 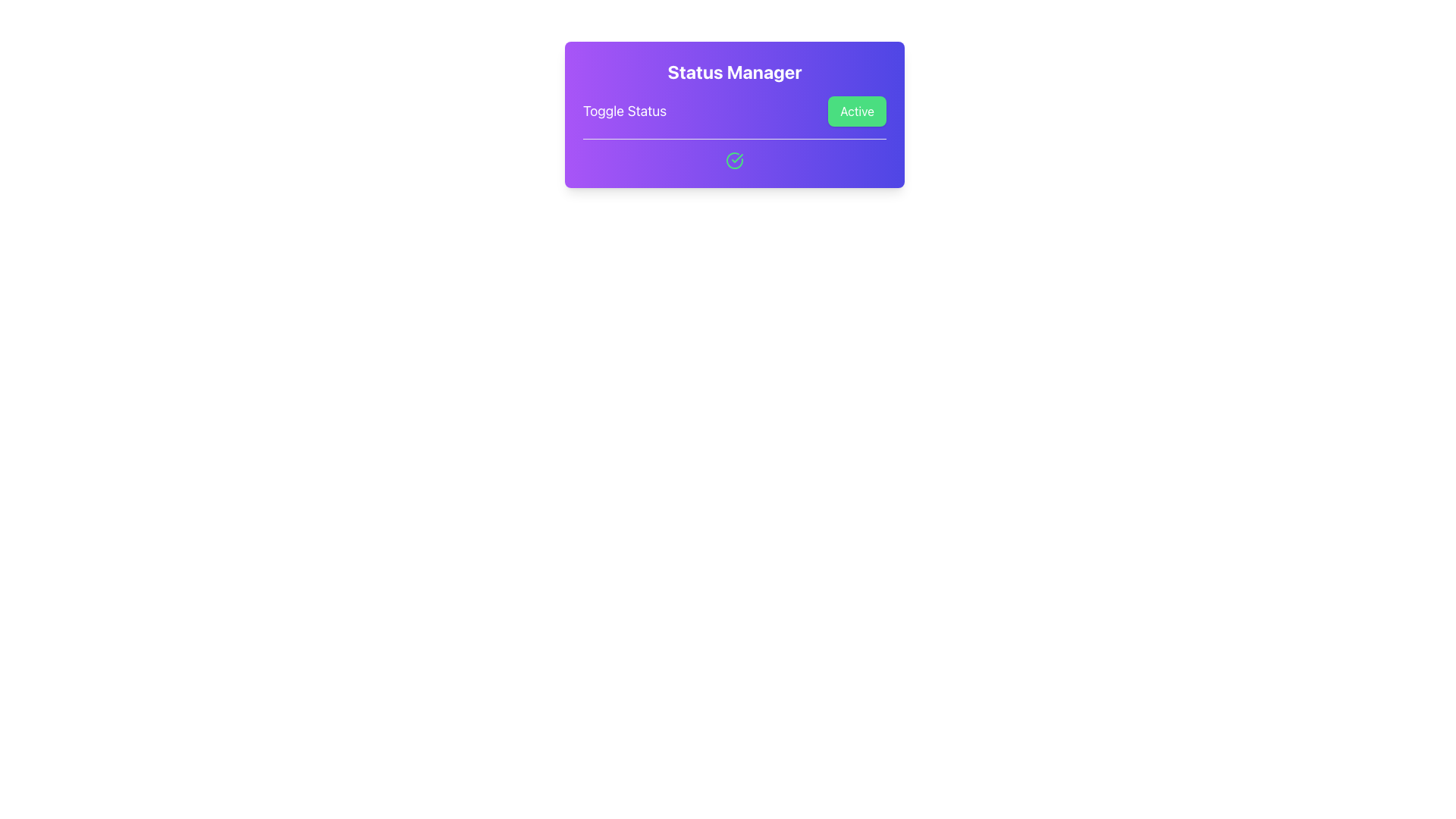 What do you see at coordinates (735, 161) in the screenshot?
I see `the Circular icon with a checkmark symbol located at the bottom center of the 'Status Manager' card` at bounding box center [735, 161].